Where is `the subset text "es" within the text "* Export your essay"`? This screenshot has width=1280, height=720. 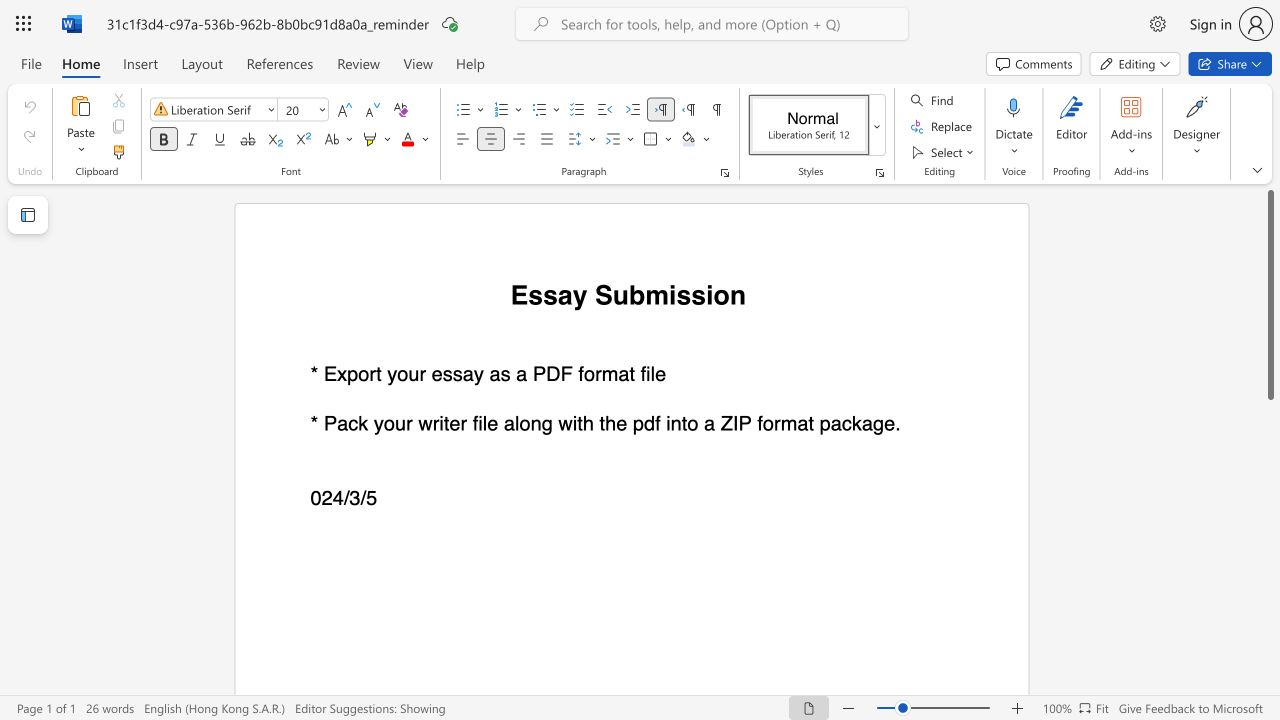 the subset text "es" within the text "* Export your essay" is located at coordinates (430, 374).